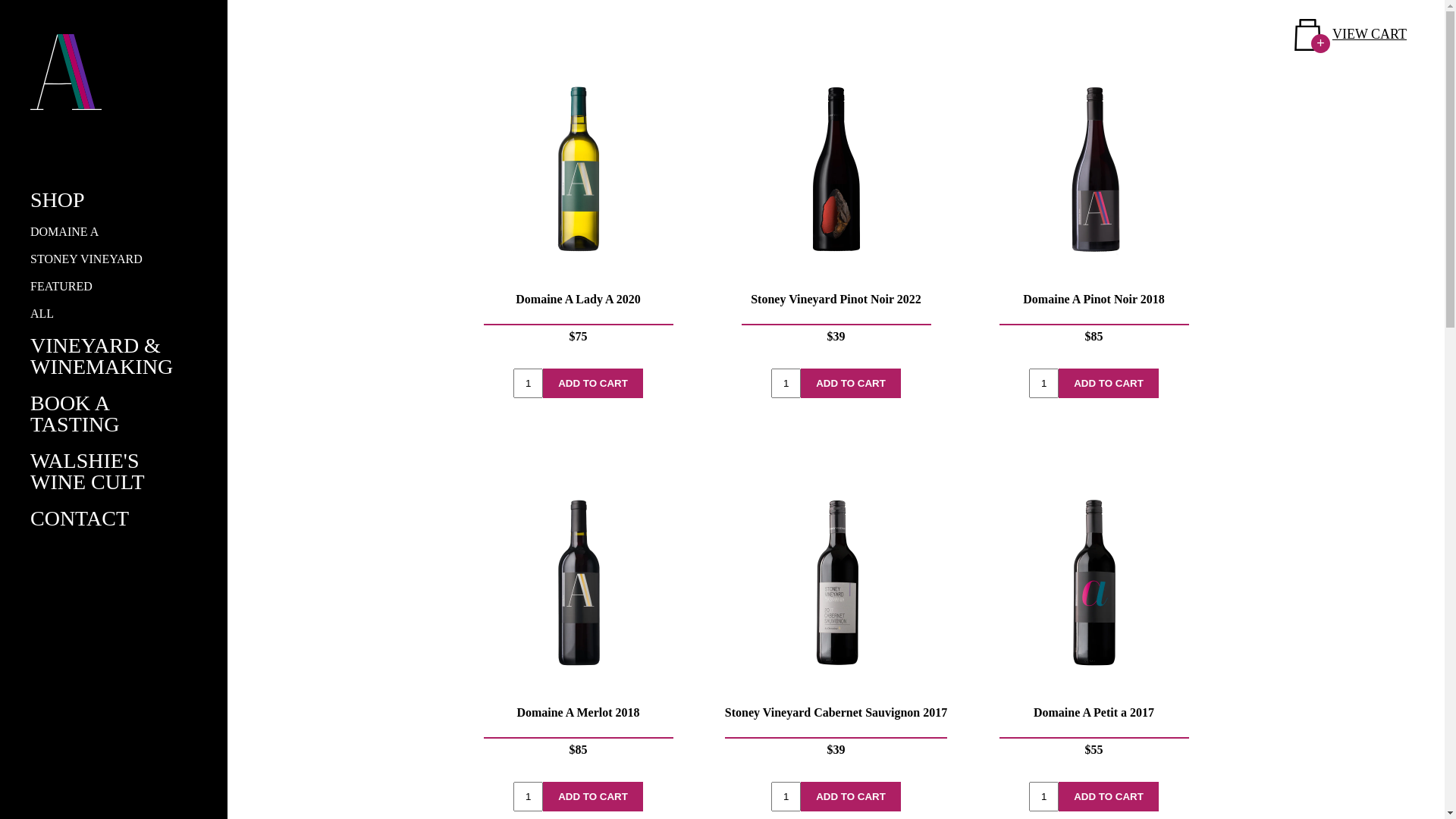  What do you see at coordinates (42, 312) in the screenshot?
I see `'ALL'` at bounding box center [42, 312].